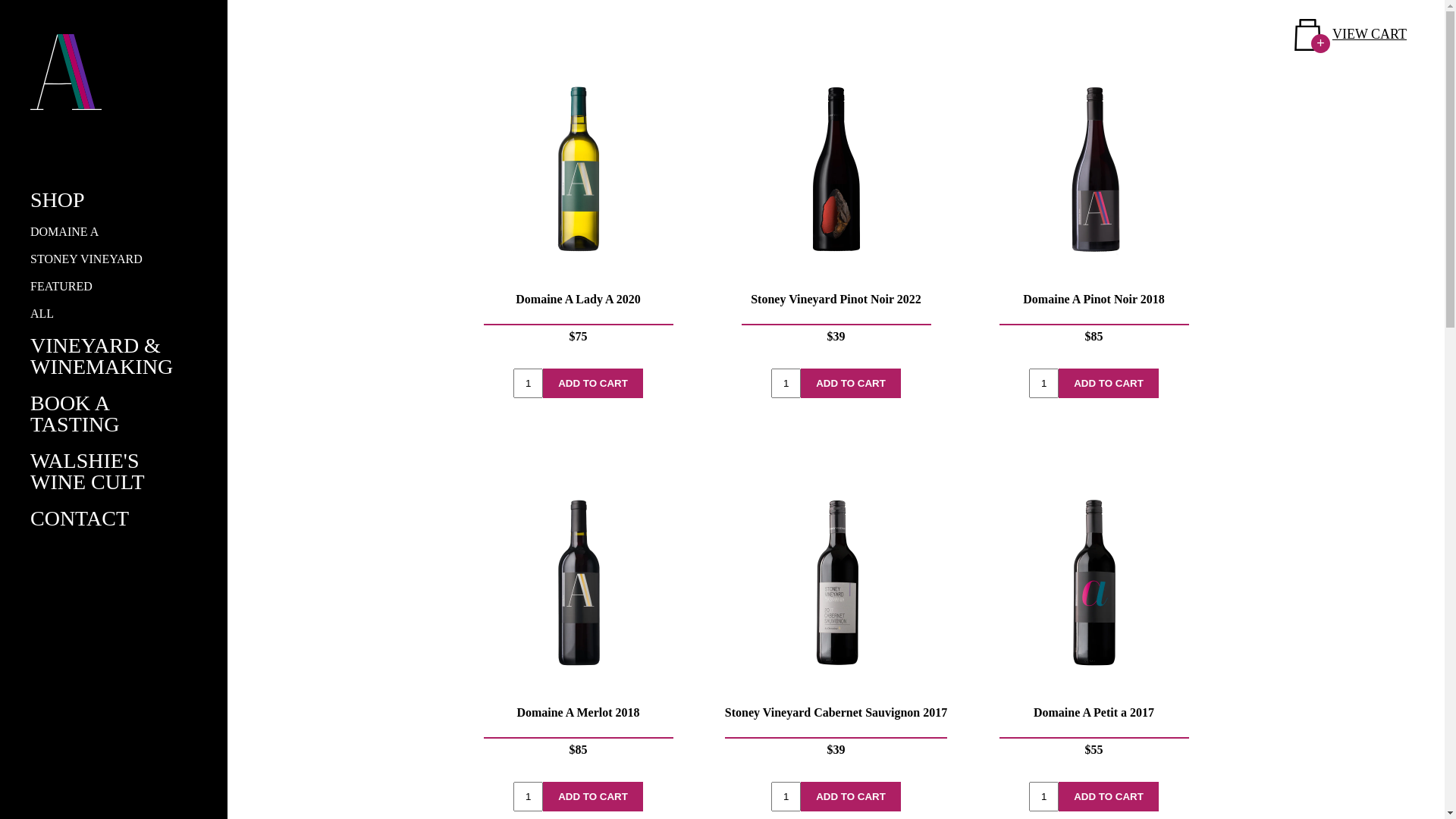  What do you see at coordinates (42, 312) in the screenshot?
I see `'ALL'` at bounding box center [42, 312].